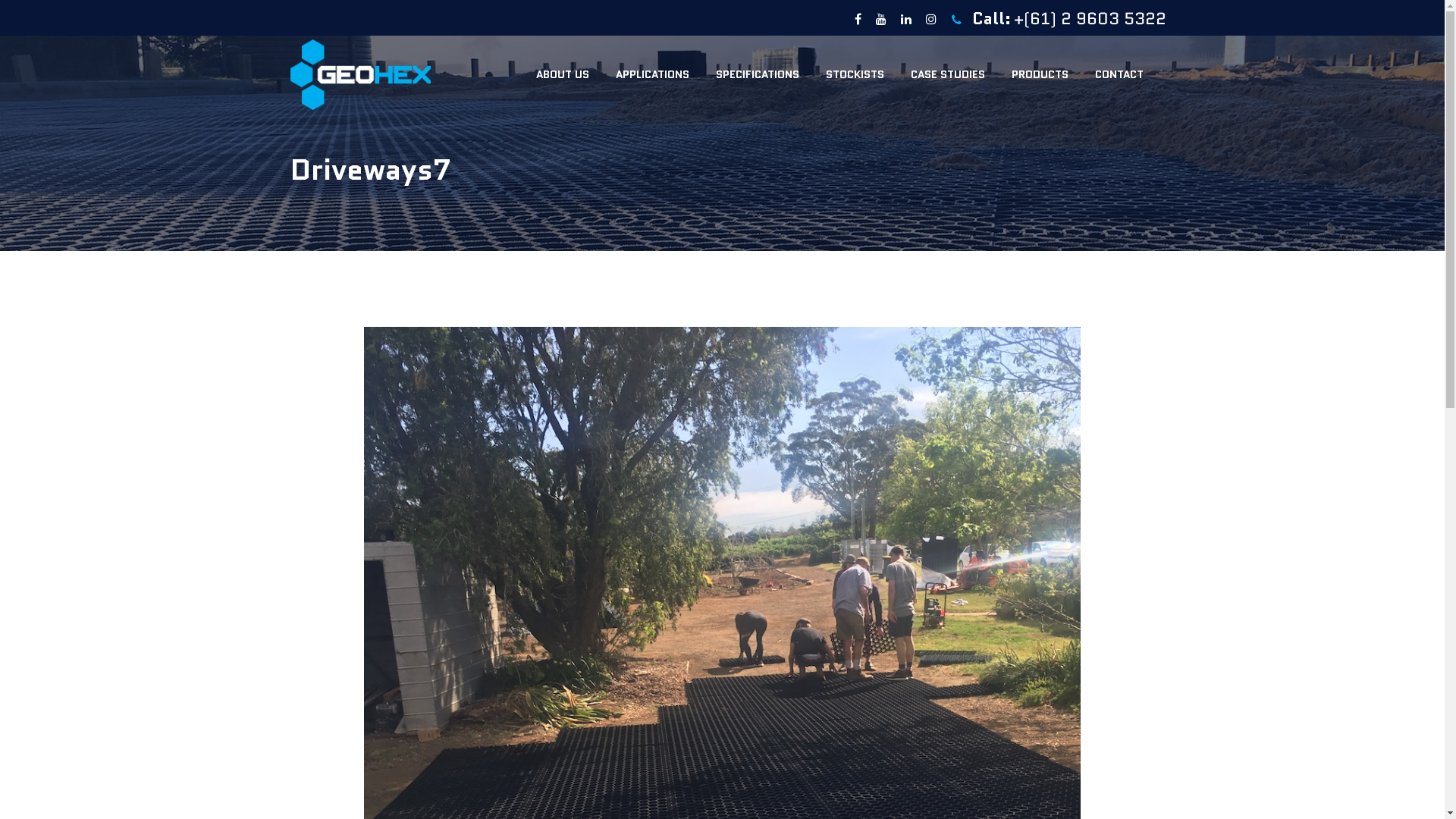 The image size is (1456, 819). I want to click on 'PRODUCTS', so click(999, 74).